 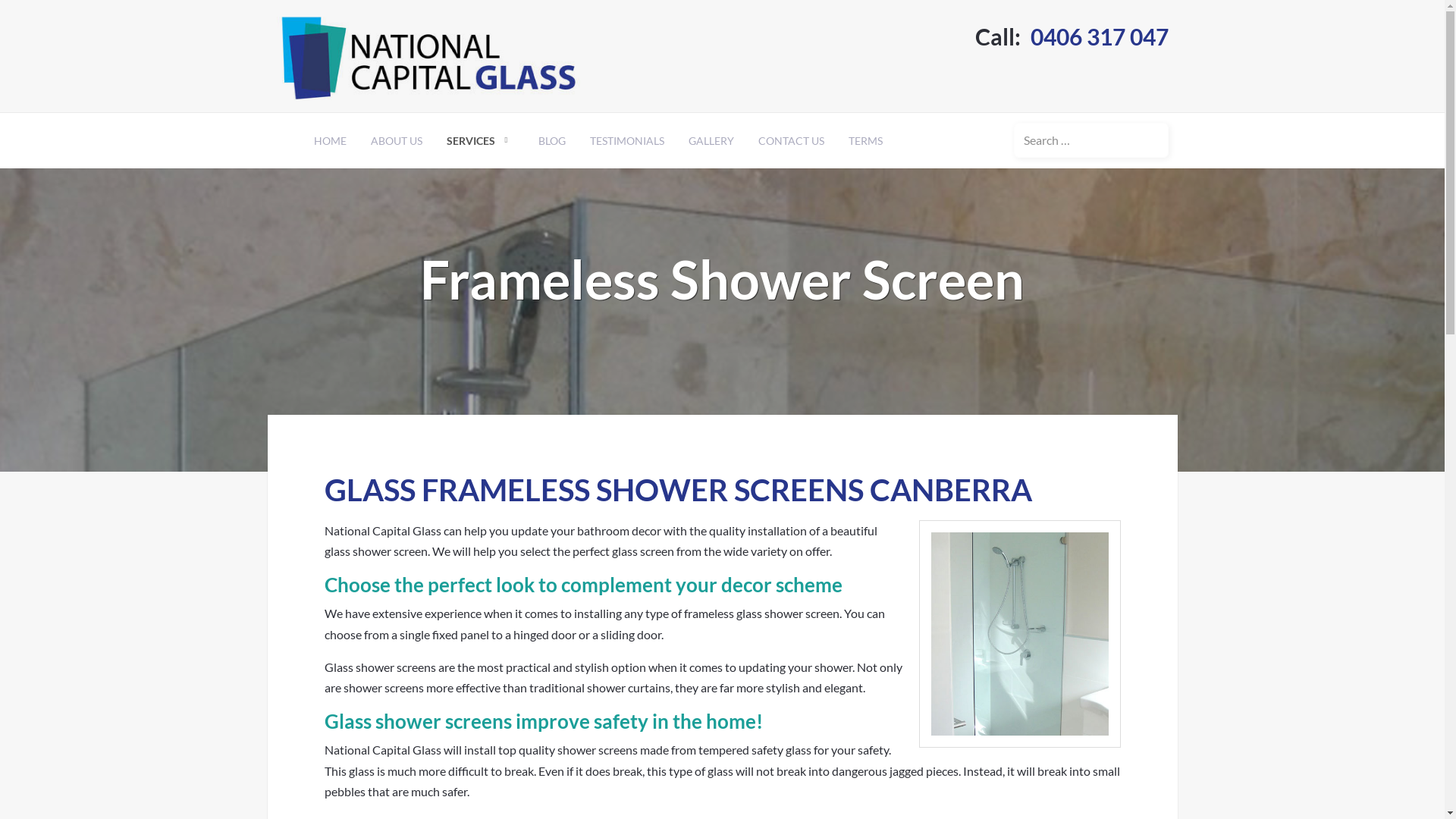 I want to click on 'TERMS', so click(x=864, y=140).